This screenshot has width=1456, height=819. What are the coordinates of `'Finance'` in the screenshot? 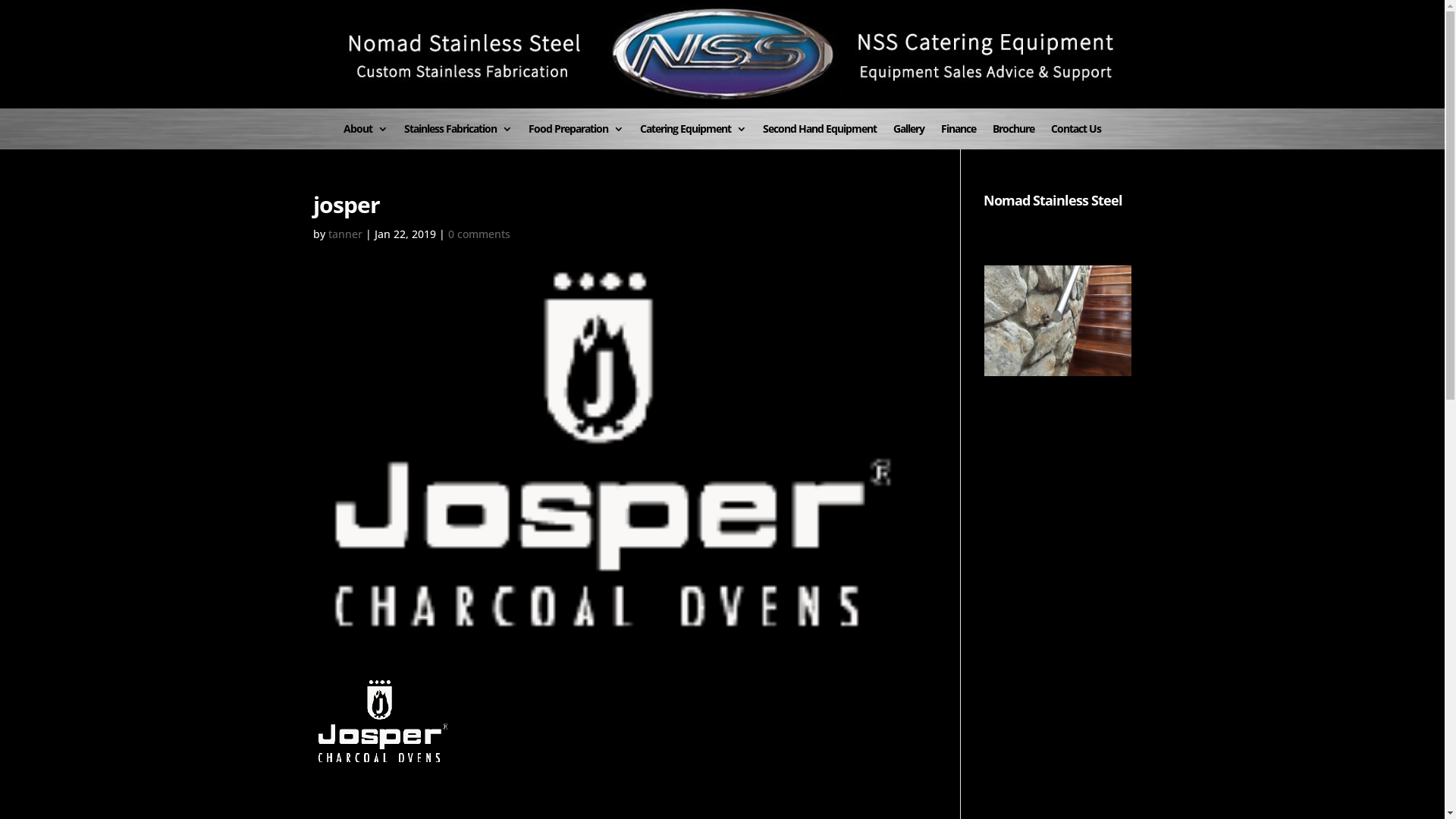 It's located at (957, 136).